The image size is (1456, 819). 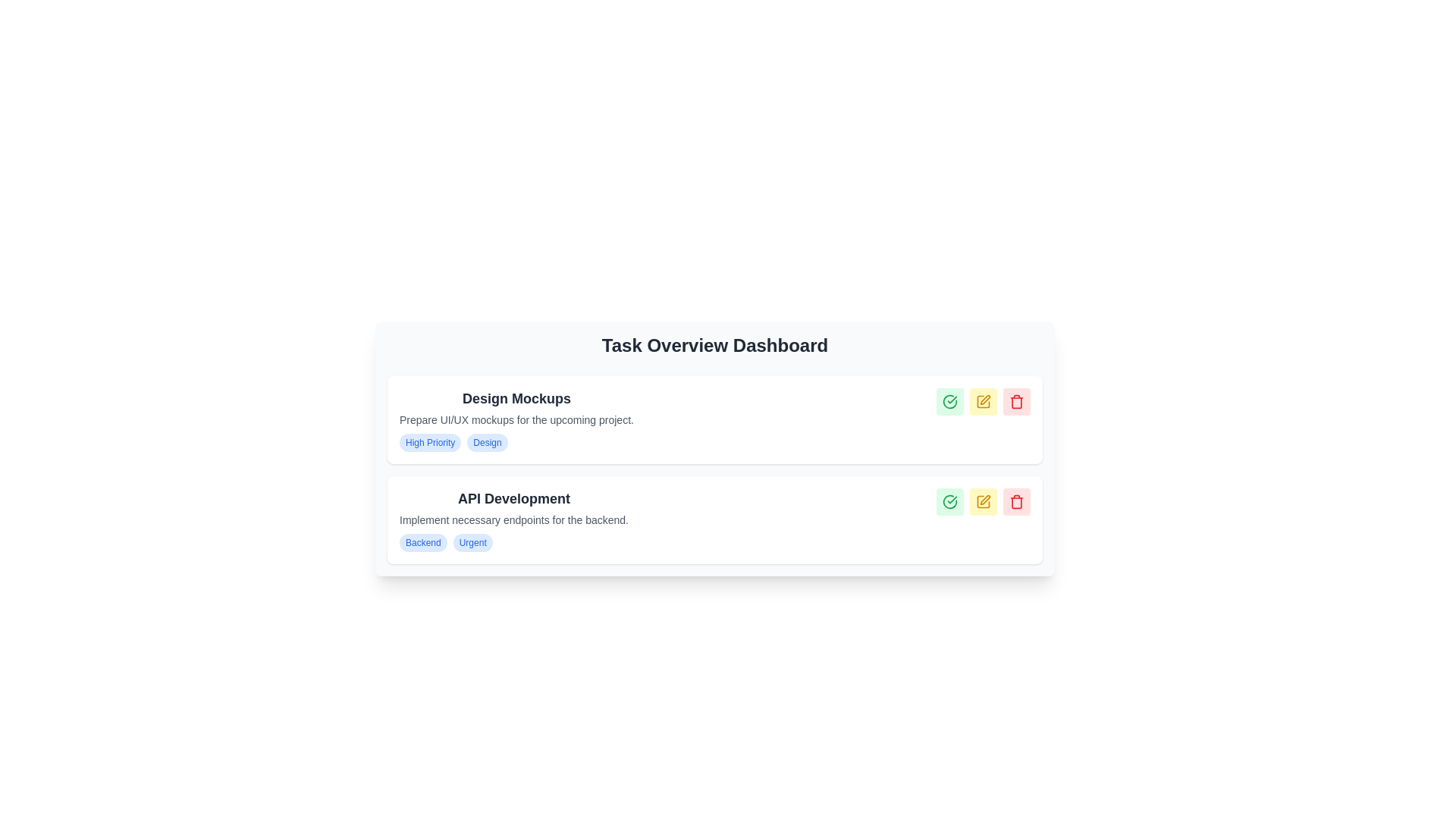 What do you see at coordinates (985, 399) in the screenshot?
I see `the pen icon, which is a stylized stroke forming the outline of a pen, located in the top-right corner of the task entry in the Task Overview Dashboard` at bounding box center [985, 399].